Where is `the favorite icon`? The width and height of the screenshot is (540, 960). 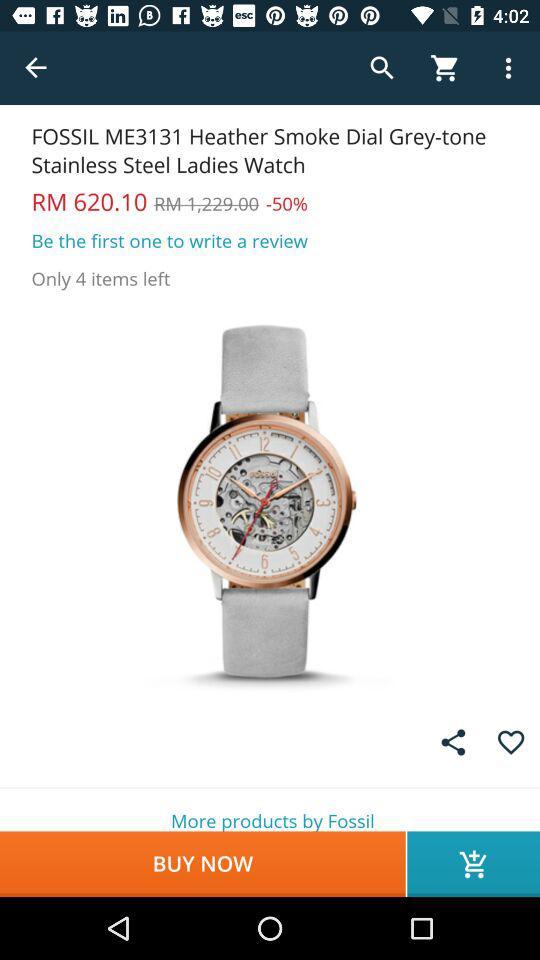 the favorite icon is located at coordinates (511, 741).